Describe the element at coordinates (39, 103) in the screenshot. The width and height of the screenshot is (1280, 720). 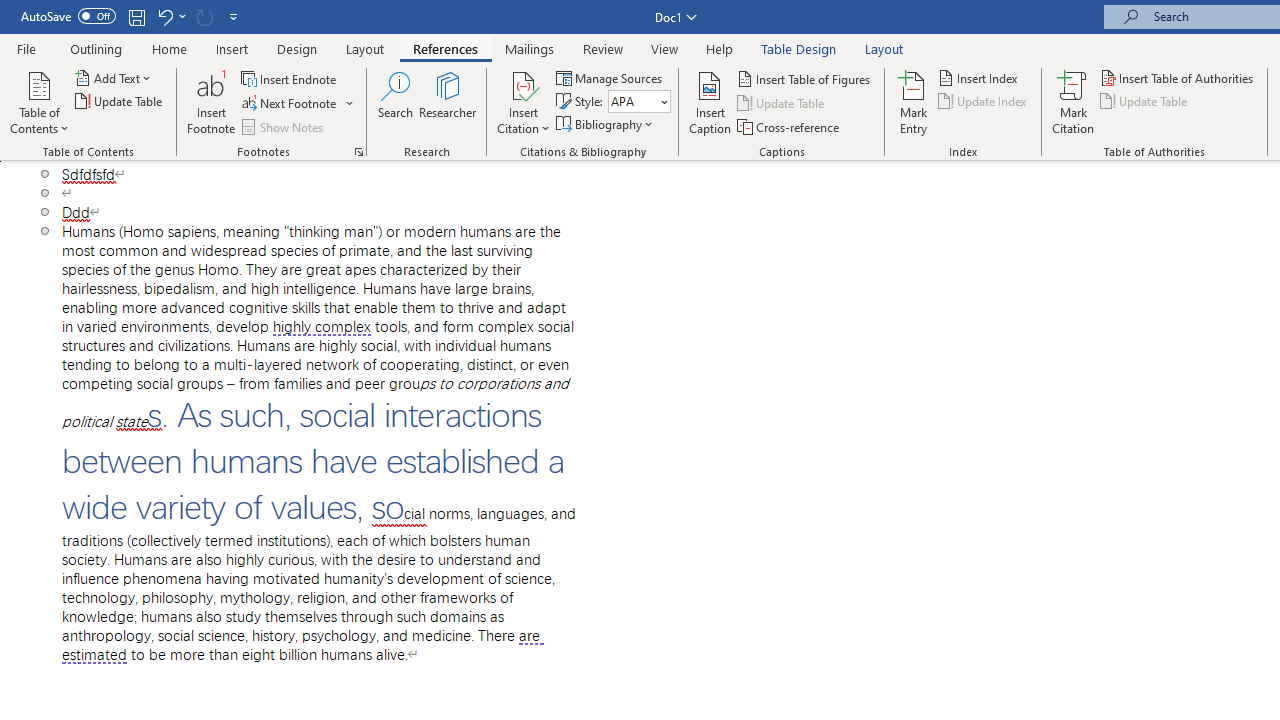
I see `'Table of Contents'` at that location.